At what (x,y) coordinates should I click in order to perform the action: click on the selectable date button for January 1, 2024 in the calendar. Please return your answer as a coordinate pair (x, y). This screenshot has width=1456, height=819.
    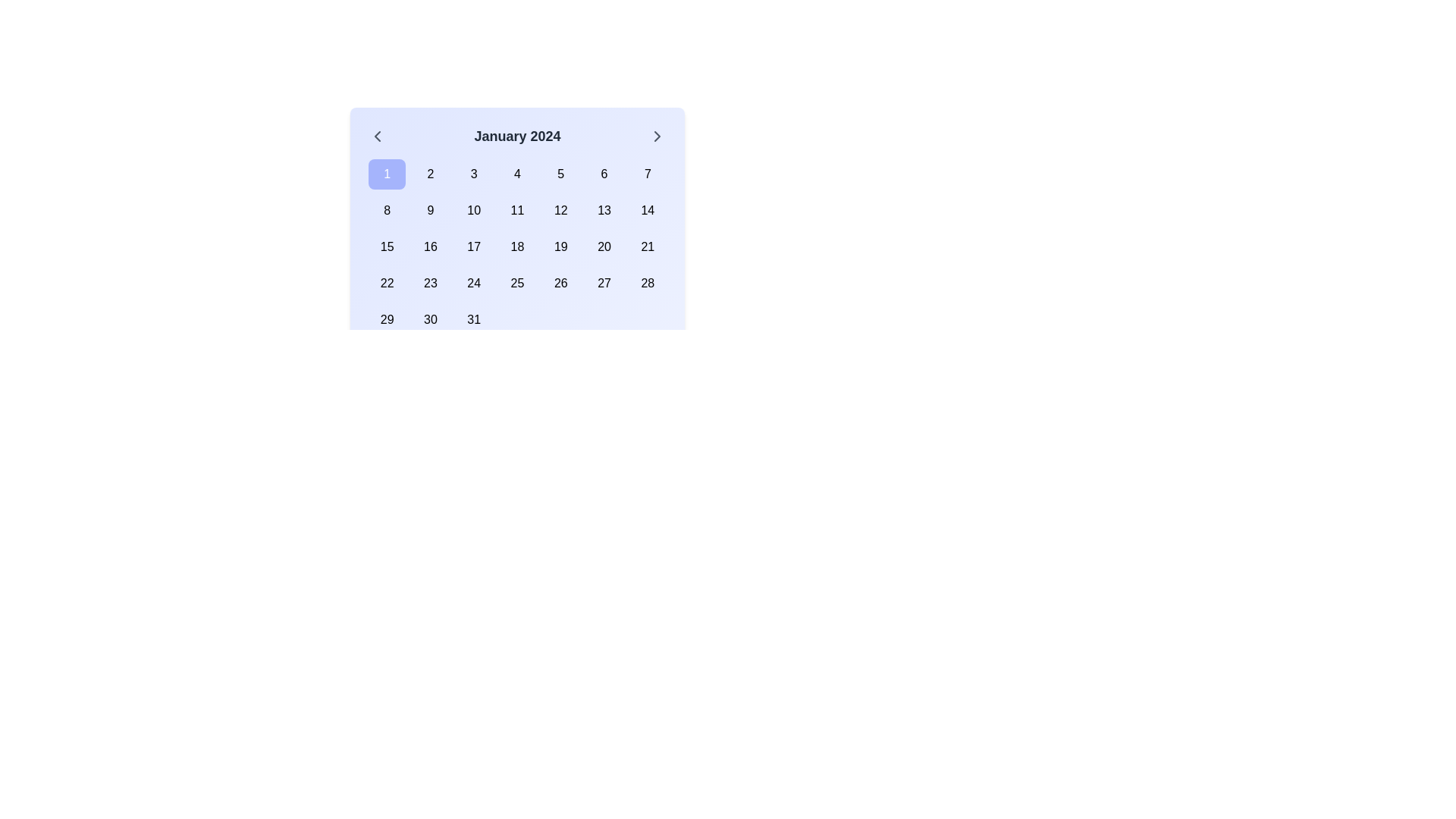
    Looking at the image, I should click on (387, 174).